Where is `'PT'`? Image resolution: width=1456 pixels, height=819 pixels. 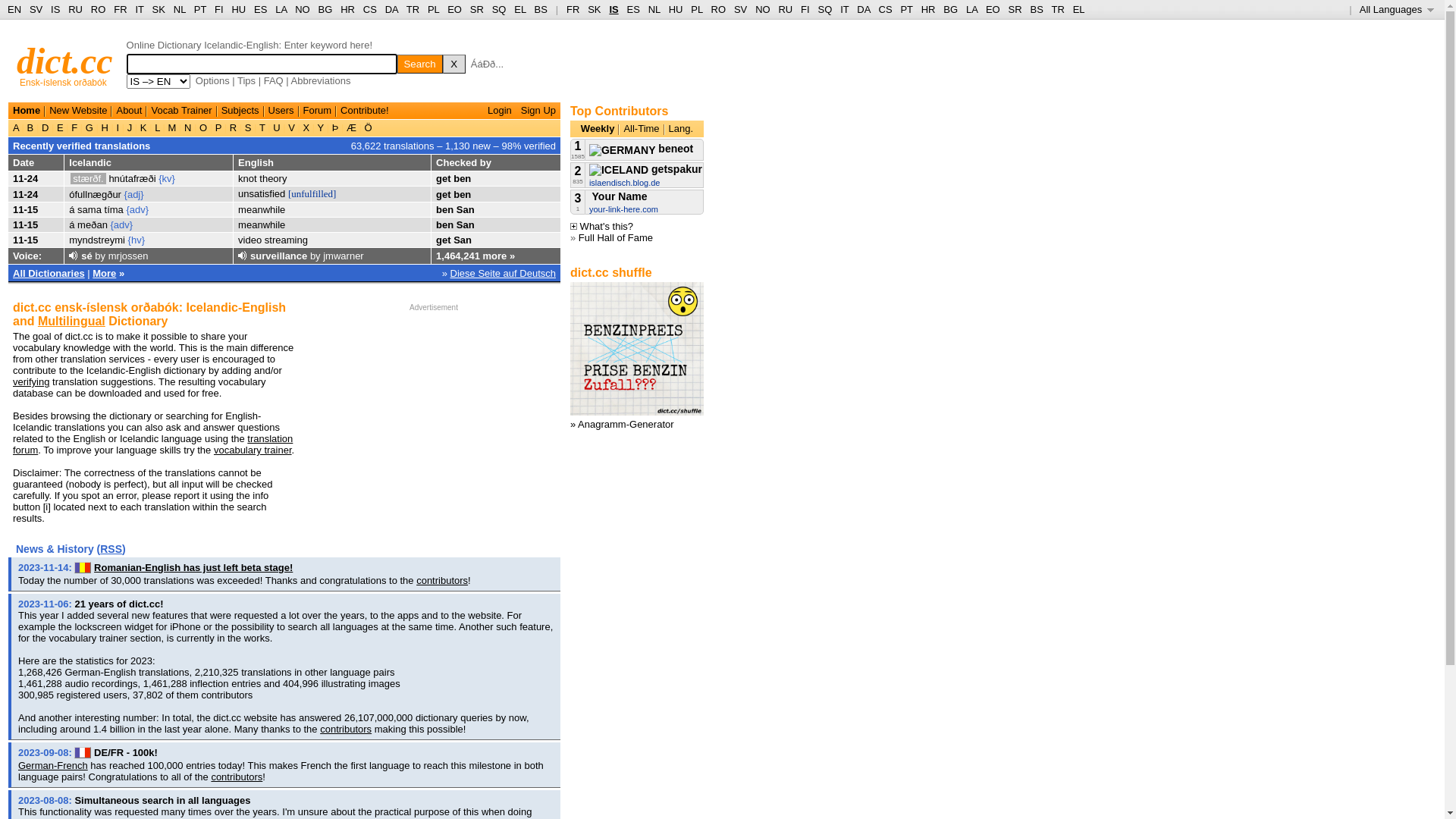 'PT' is located at coordinates (199, 9).